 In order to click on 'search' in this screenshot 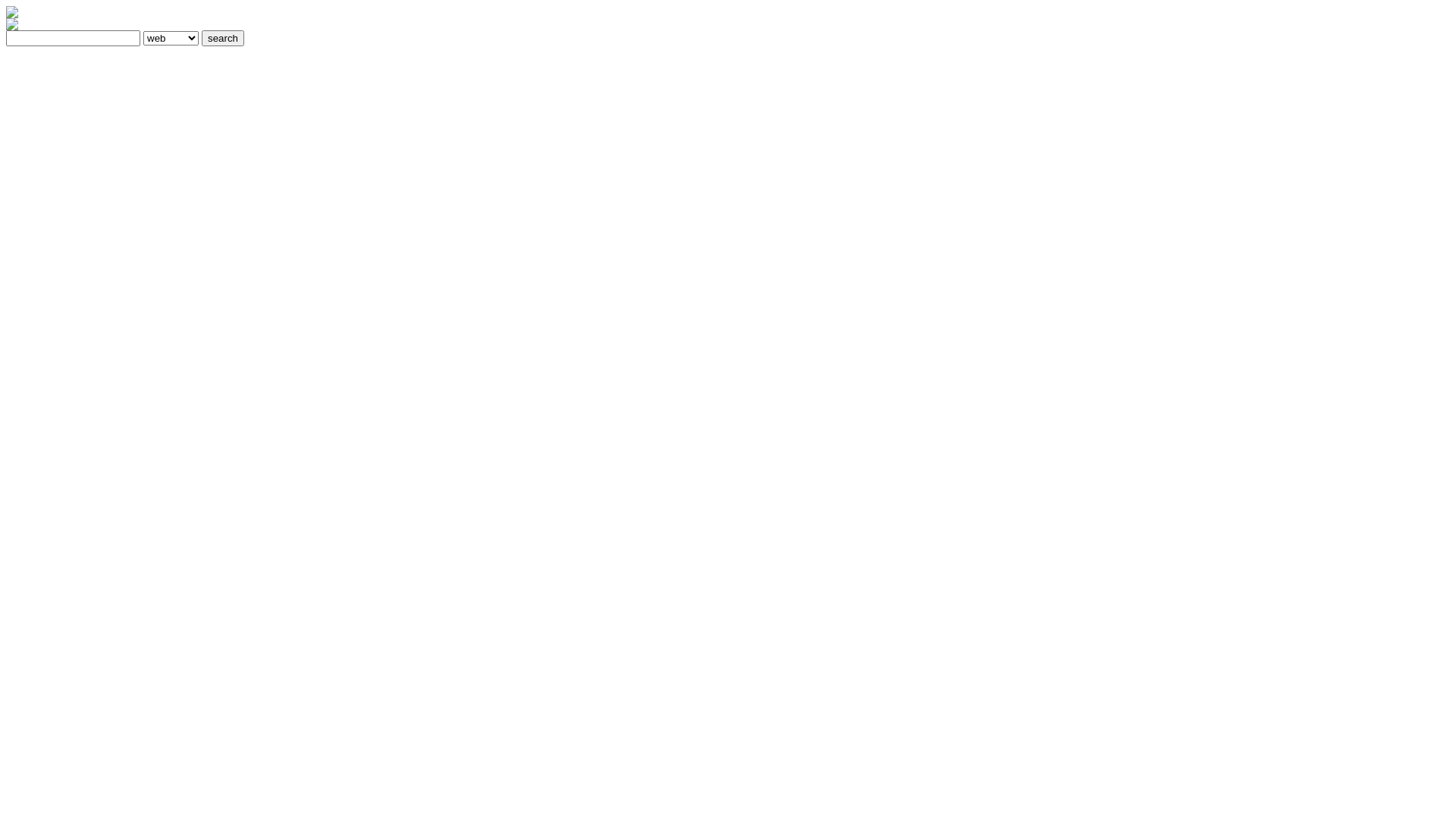, I will do `click(221, 37)`.